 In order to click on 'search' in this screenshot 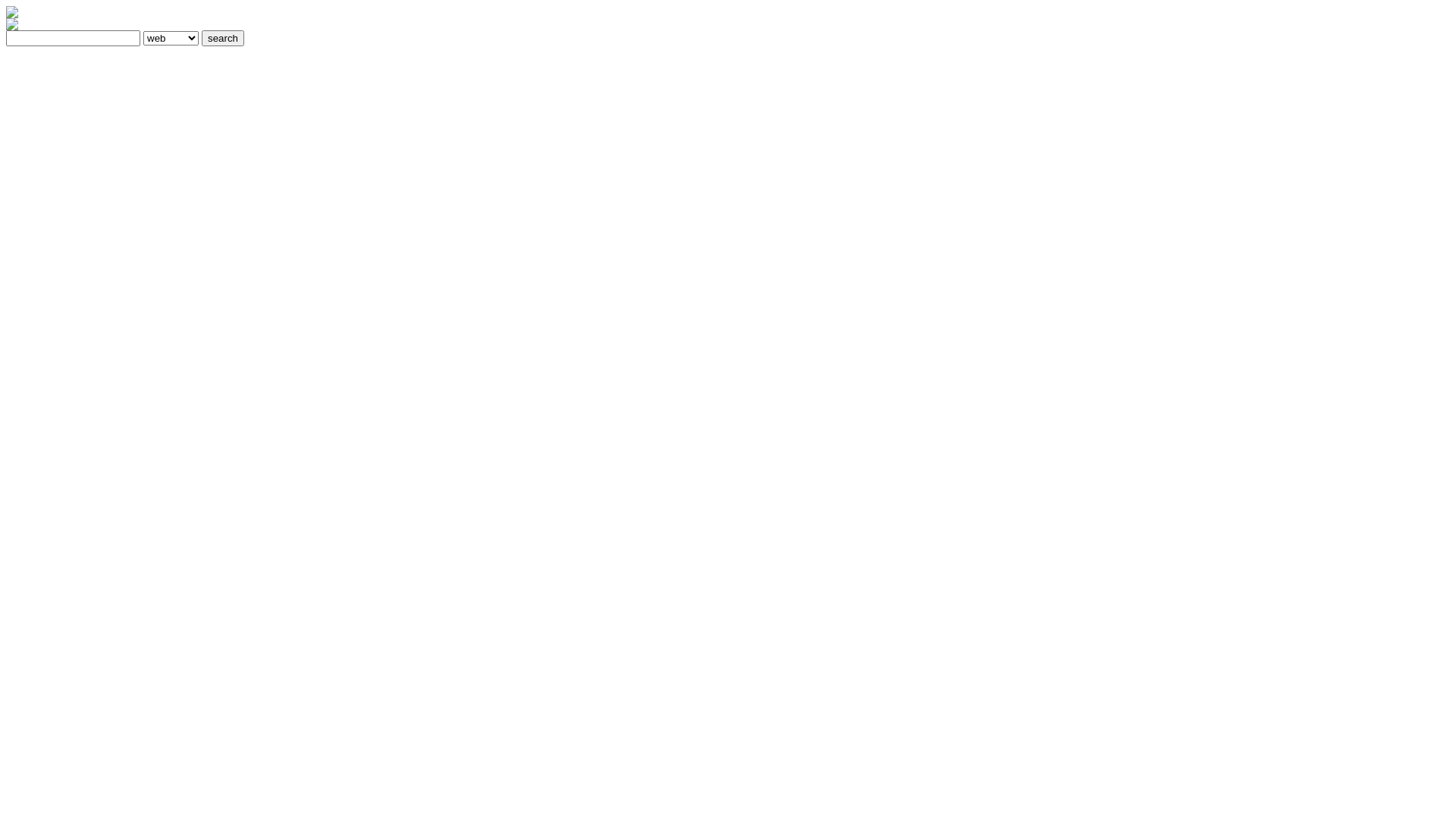, I will do `click(221, 37)`.